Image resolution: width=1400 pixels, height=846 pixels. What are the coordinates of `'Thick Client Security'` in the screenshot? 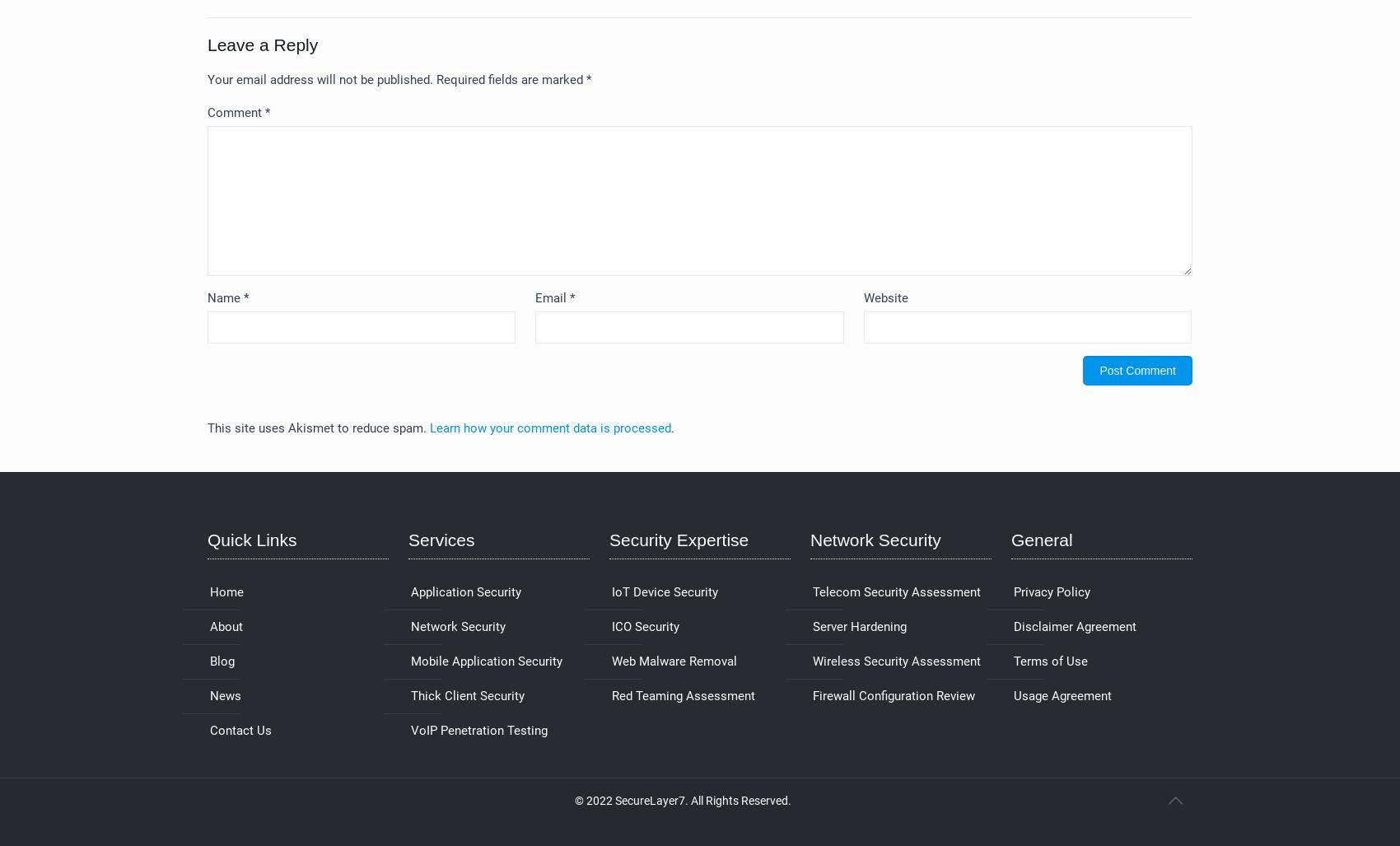 It's located at (466, 696).